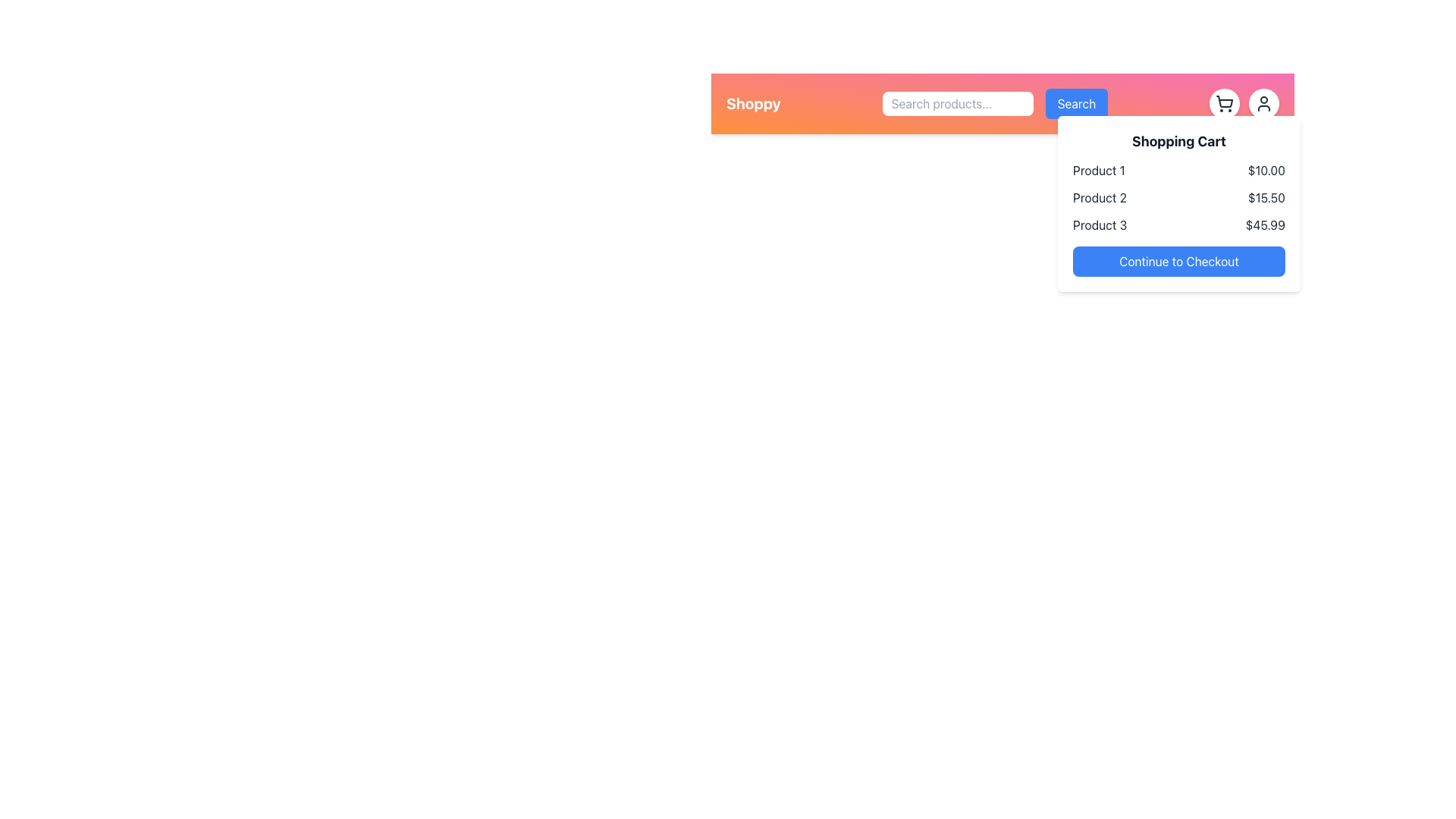  What do you see at coordinates (1265, 225) in the screenshot?
I see `the price label displaying '$45.99' for 'Product 3' in the shopping cart summary` at bounding box center [1265, 225].